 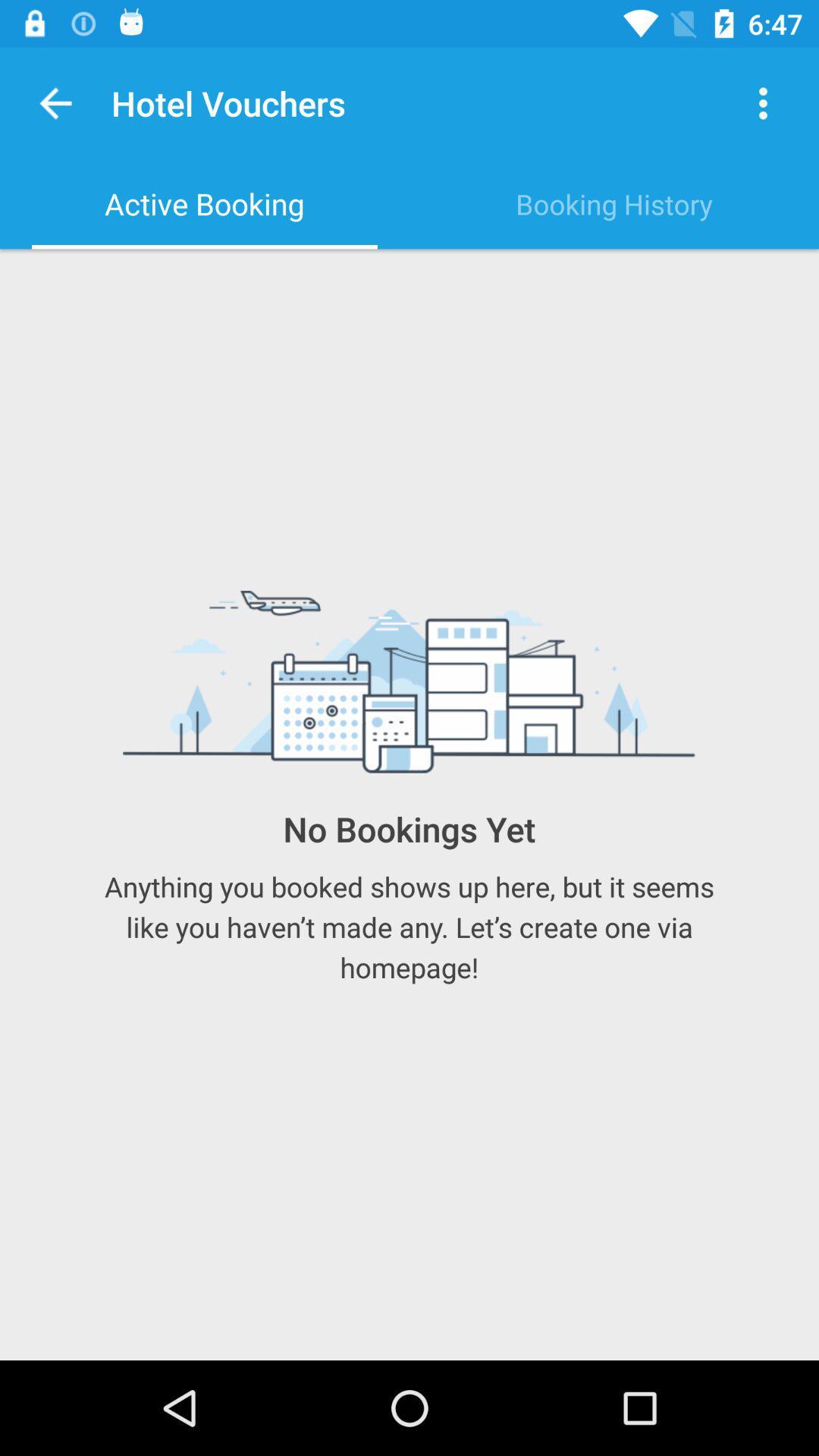 What do you see at coordinates (55, 102) in the screenshot?
I see `go back` at bounding box center [55, 102].